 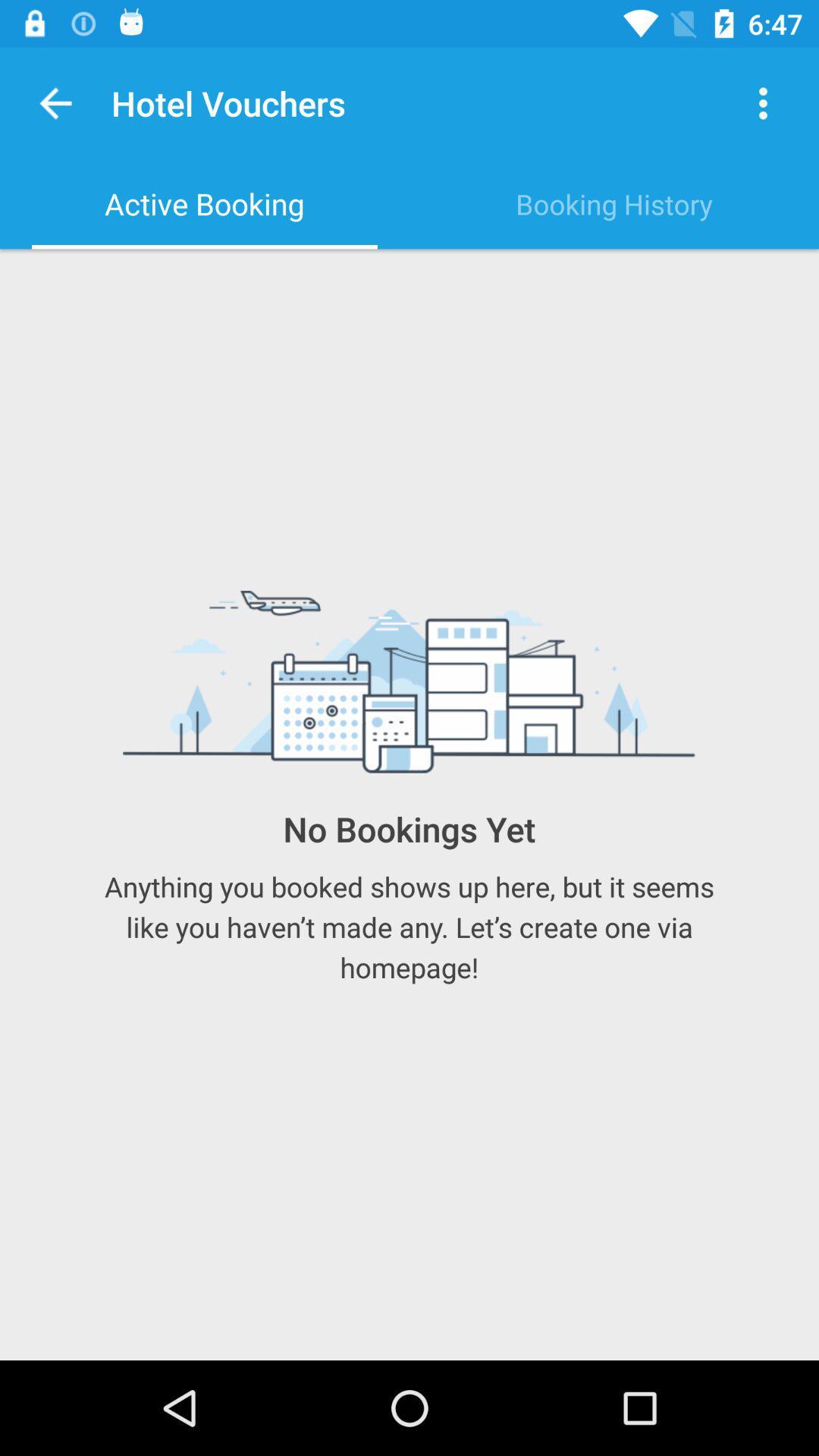 What do you see at coordinates (55, 102) in the screenshot?
I see `go back` at bounding box center [55, 102].